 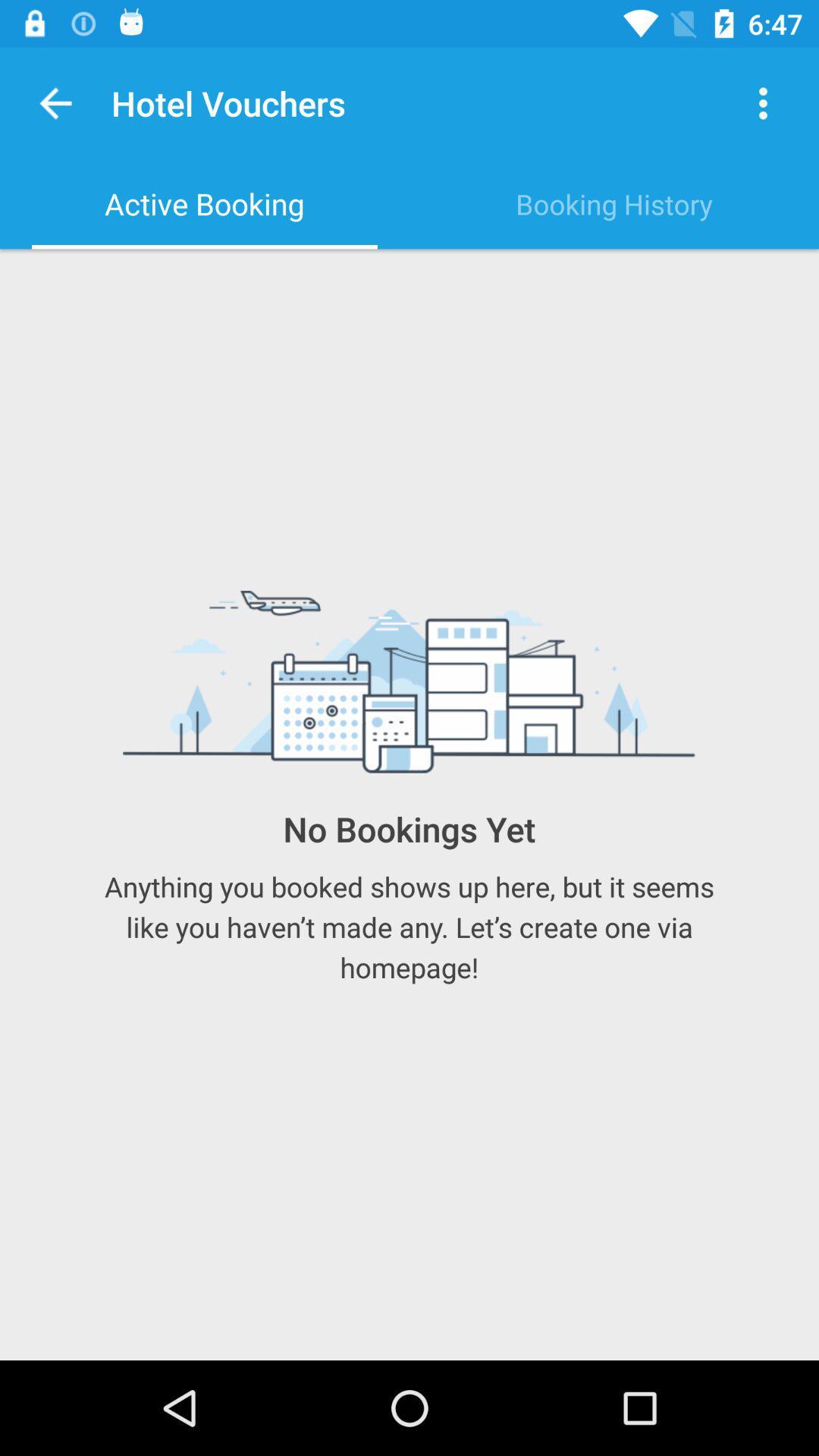 What do you see at coordinates (55, 102) in the screenshot?
I see `go back` at bounding box center [55, 102].